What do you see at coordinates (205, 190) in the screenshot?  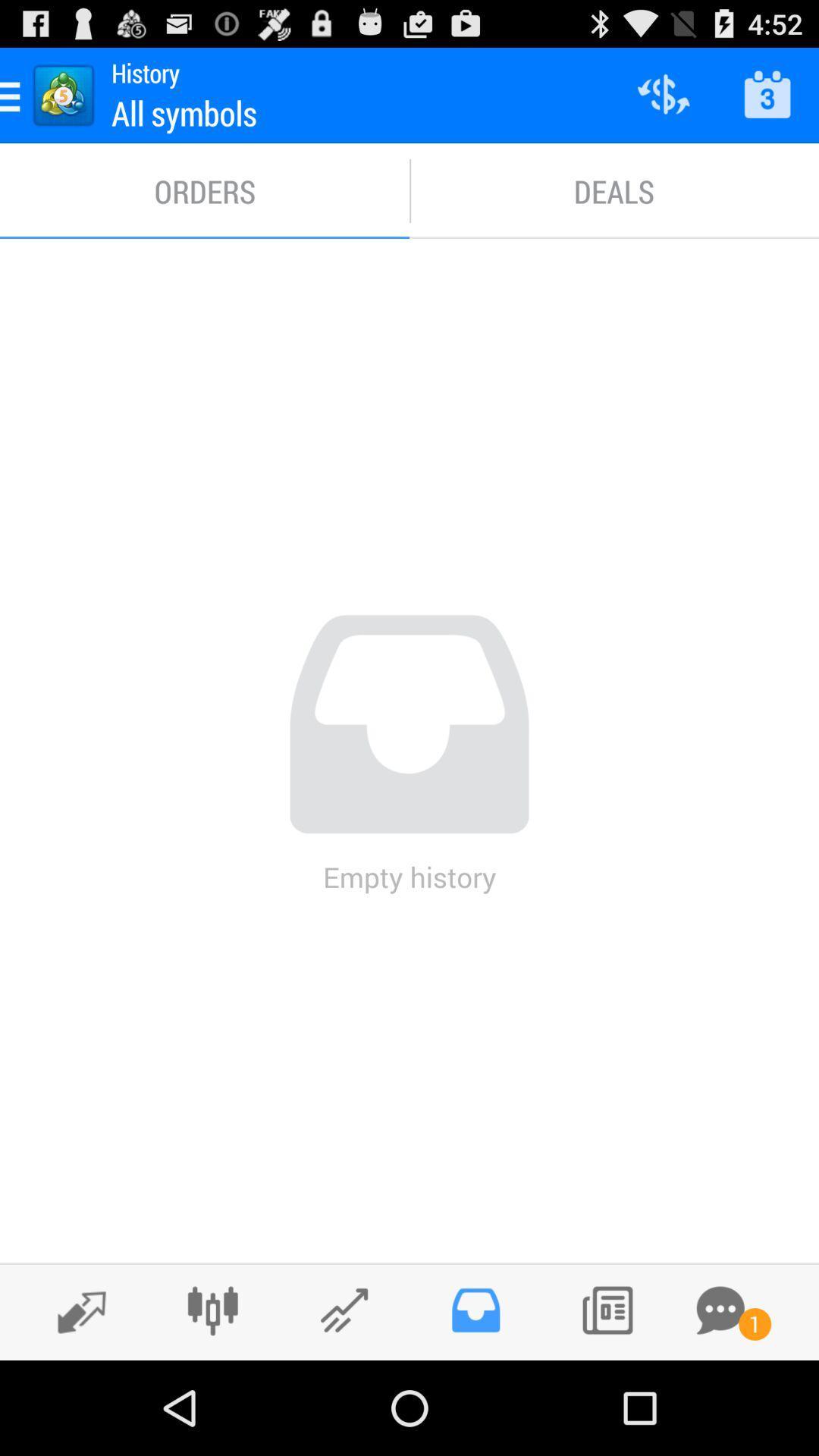 I see `the icon to the left of the deals` at bounding box center [205, 190].